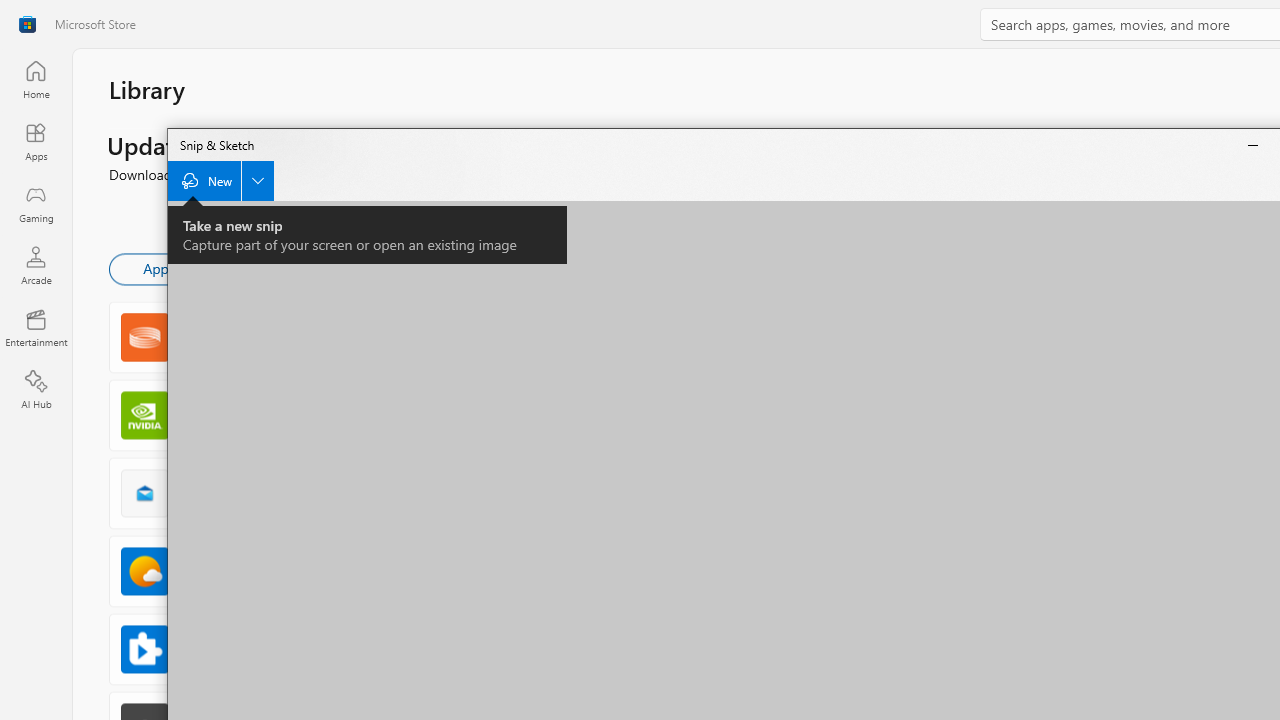  I want to click on 'Entertainment', so click(35, 326).